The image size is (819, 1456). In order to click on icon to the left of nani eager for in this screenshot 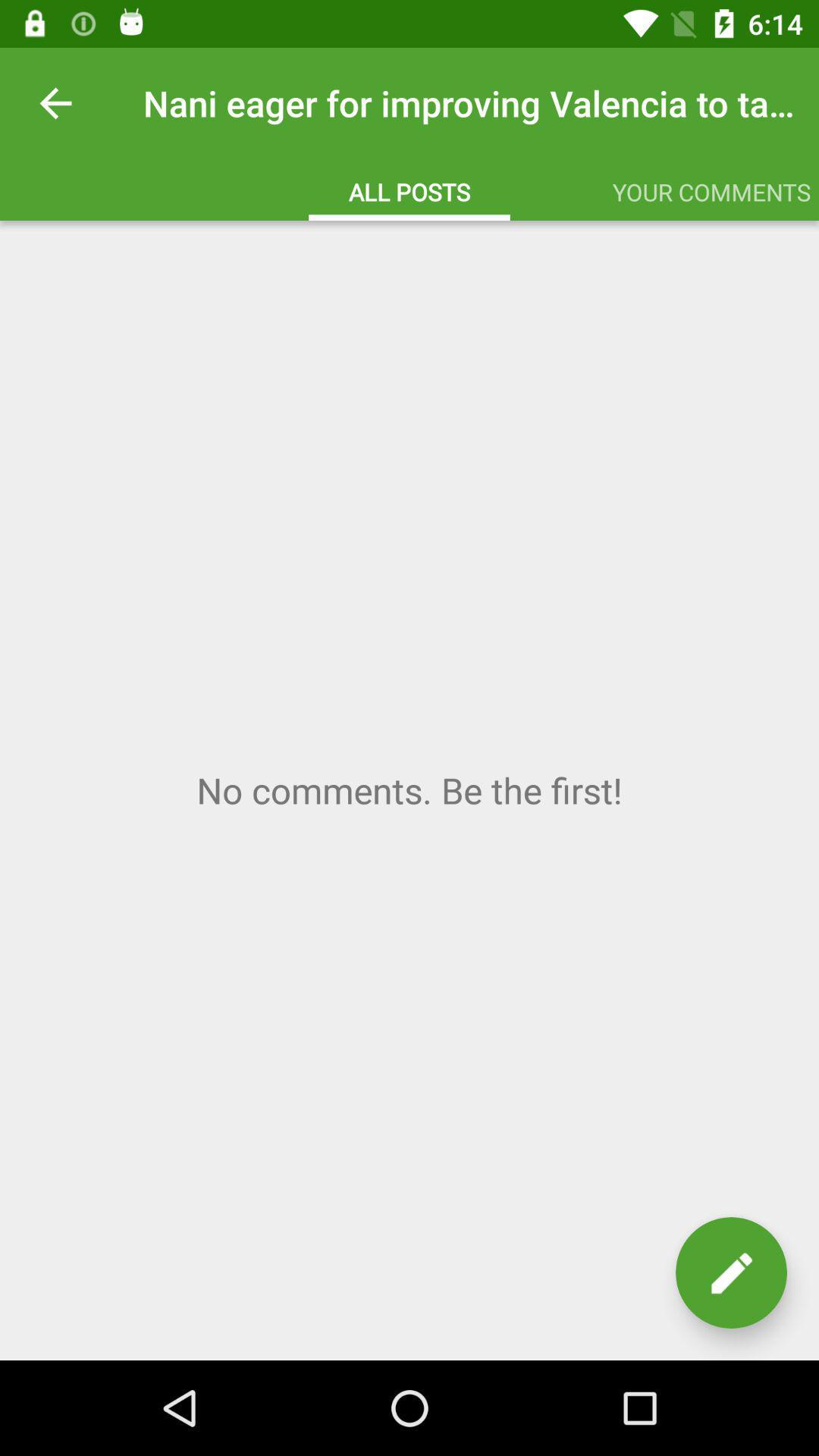, I will do `click(55, 102)`.